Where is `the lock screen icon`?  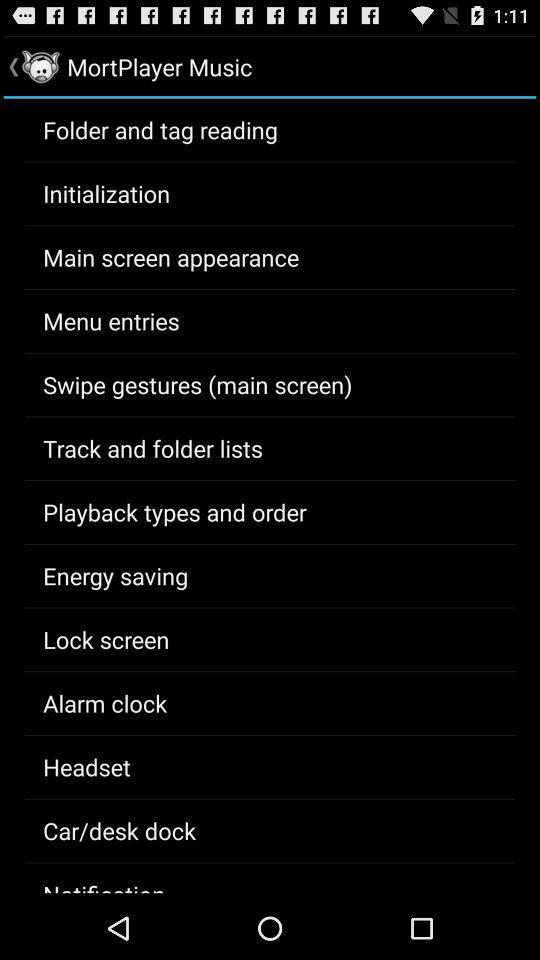 the lock screen icon is located at coordinates (106, 638).